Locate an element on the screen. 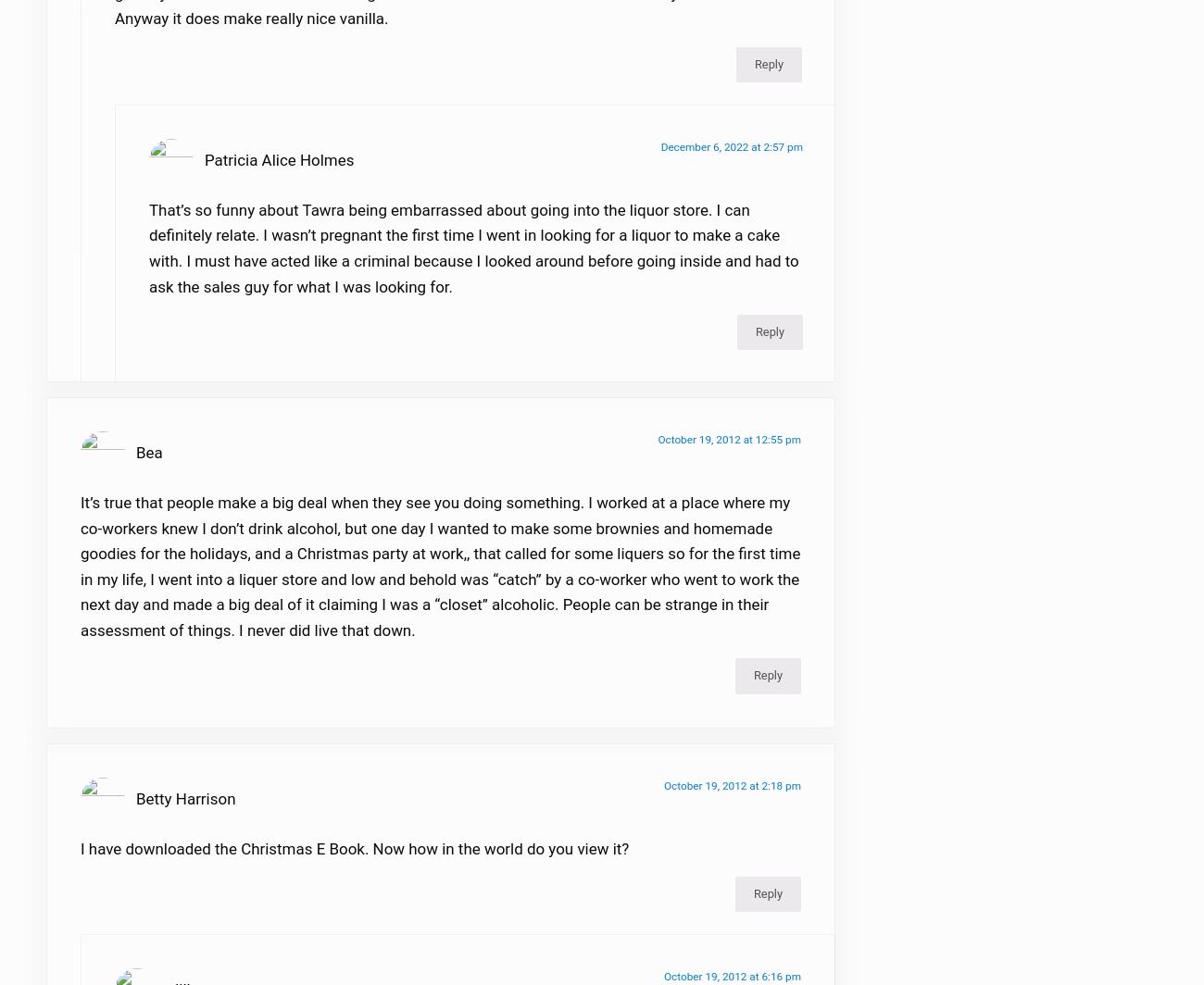 This screenshot has height=985, width=1204. 'December 6, 2022 at 2:57 pm' is located at coordinates (731, 157).